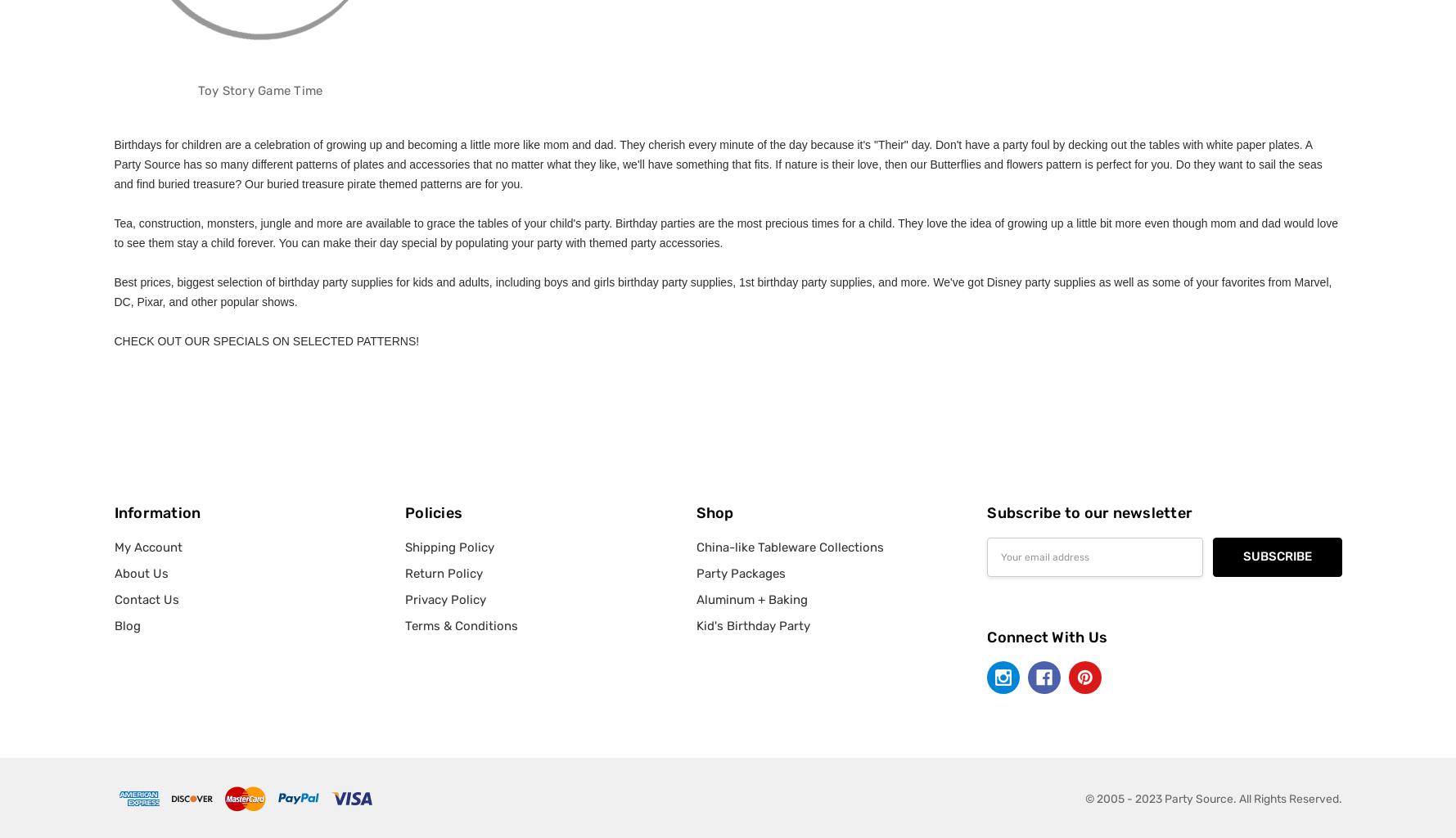 This screenshot has height=838, width=1456. Describe the element at coordinates (156, 511) in the screenshot. I see `'Information'` at that location.